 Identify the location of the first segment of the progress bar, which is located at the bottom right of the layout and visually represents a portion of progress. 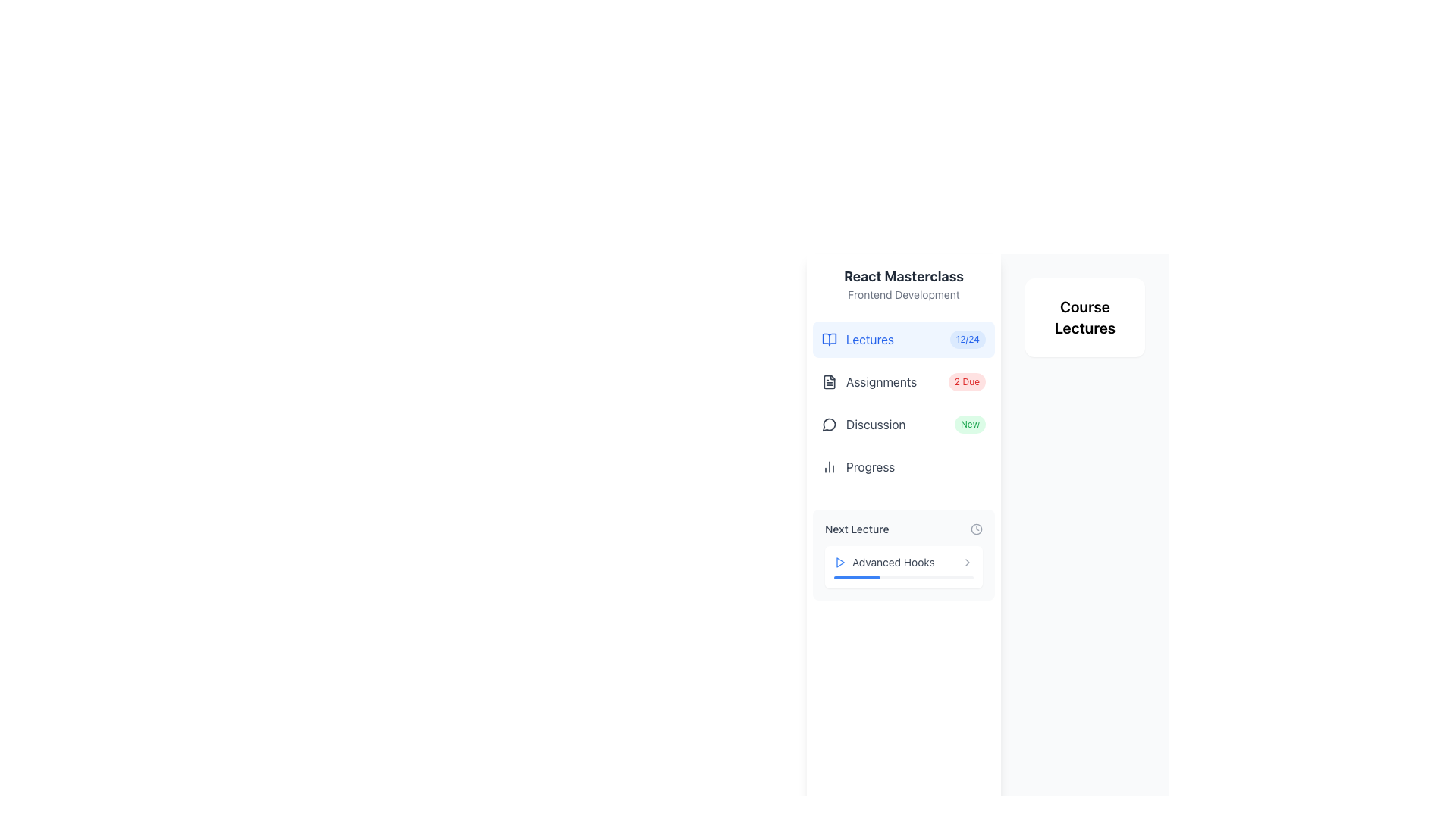
(857, 578).